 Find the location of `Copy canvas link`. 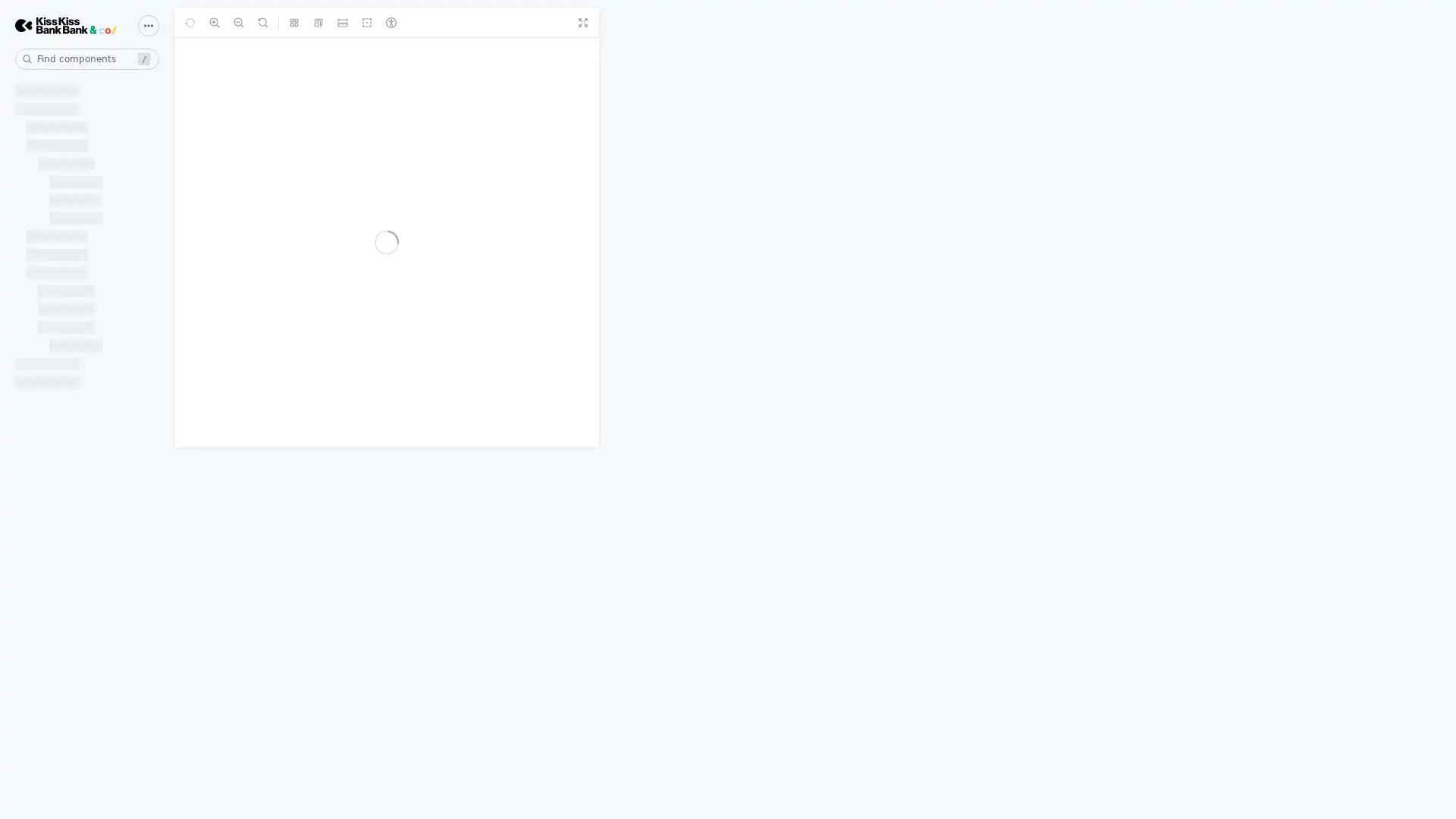

Copy canvas link is located at coordinates (1432, 23).